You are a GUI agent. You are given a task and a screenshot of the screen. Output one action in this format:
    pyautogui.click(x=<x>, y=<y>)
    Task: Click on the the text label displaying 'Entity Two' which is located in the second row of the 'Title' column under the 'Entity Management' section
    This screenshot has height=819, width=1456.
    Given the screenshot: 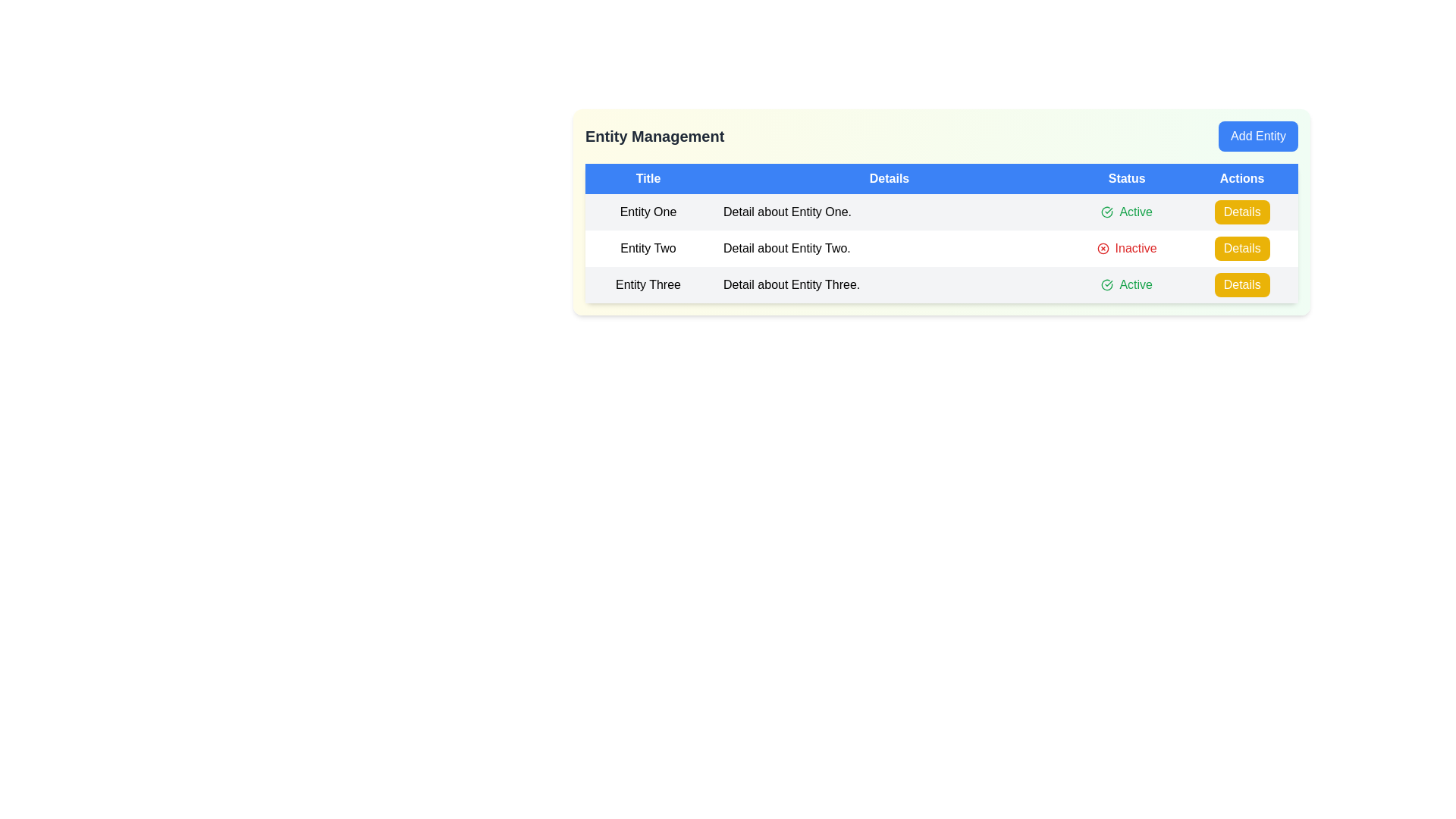 What is the action you would take?
    pyautogui.click(x=648, y=247)
    